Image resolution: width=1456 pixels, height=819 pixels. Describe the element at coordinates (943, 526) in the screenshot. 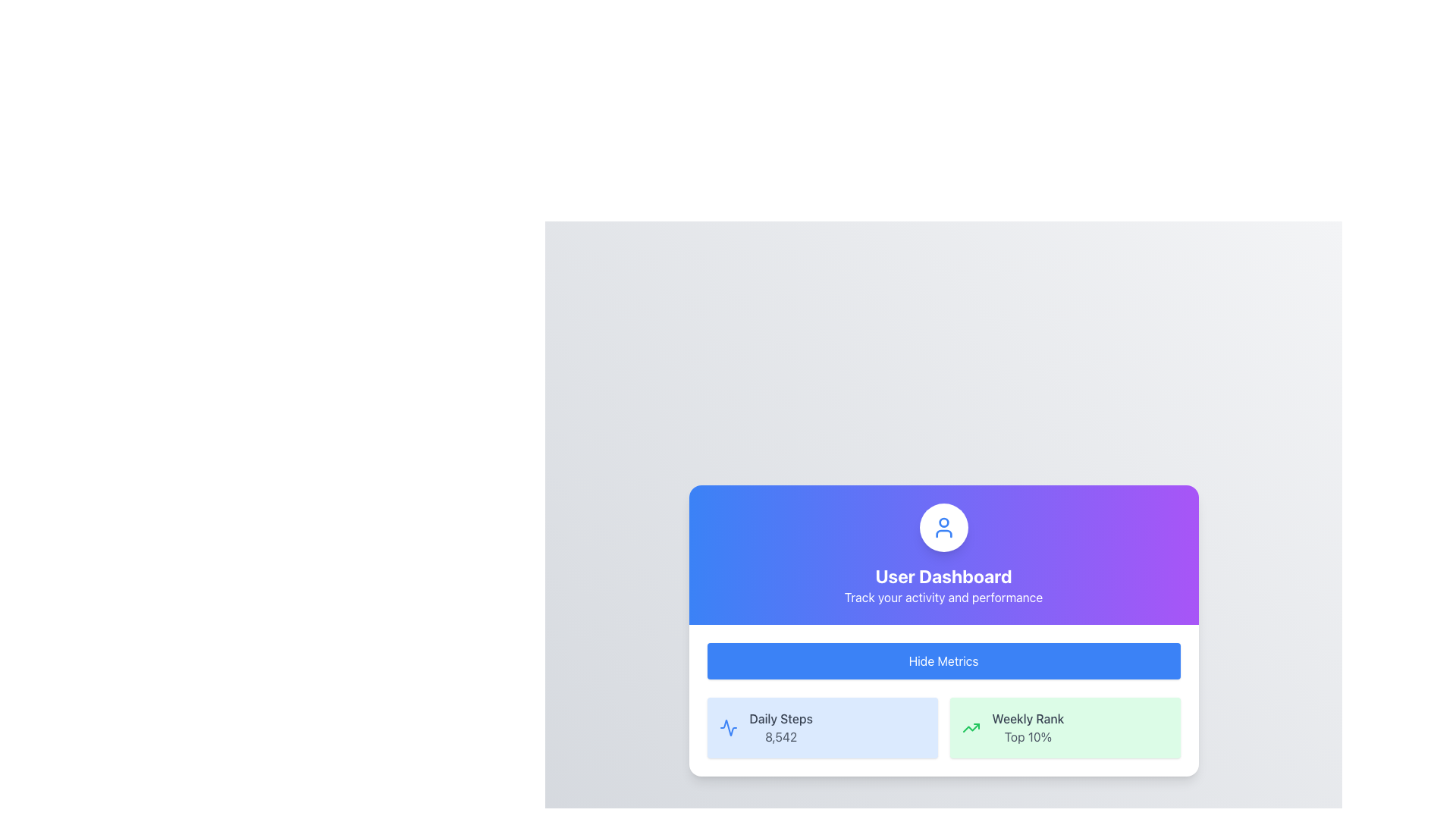

I see `the decorative icon in the 'User Dashboard' section, located at the top-center area above the 'User Dashboard' text` at that location.